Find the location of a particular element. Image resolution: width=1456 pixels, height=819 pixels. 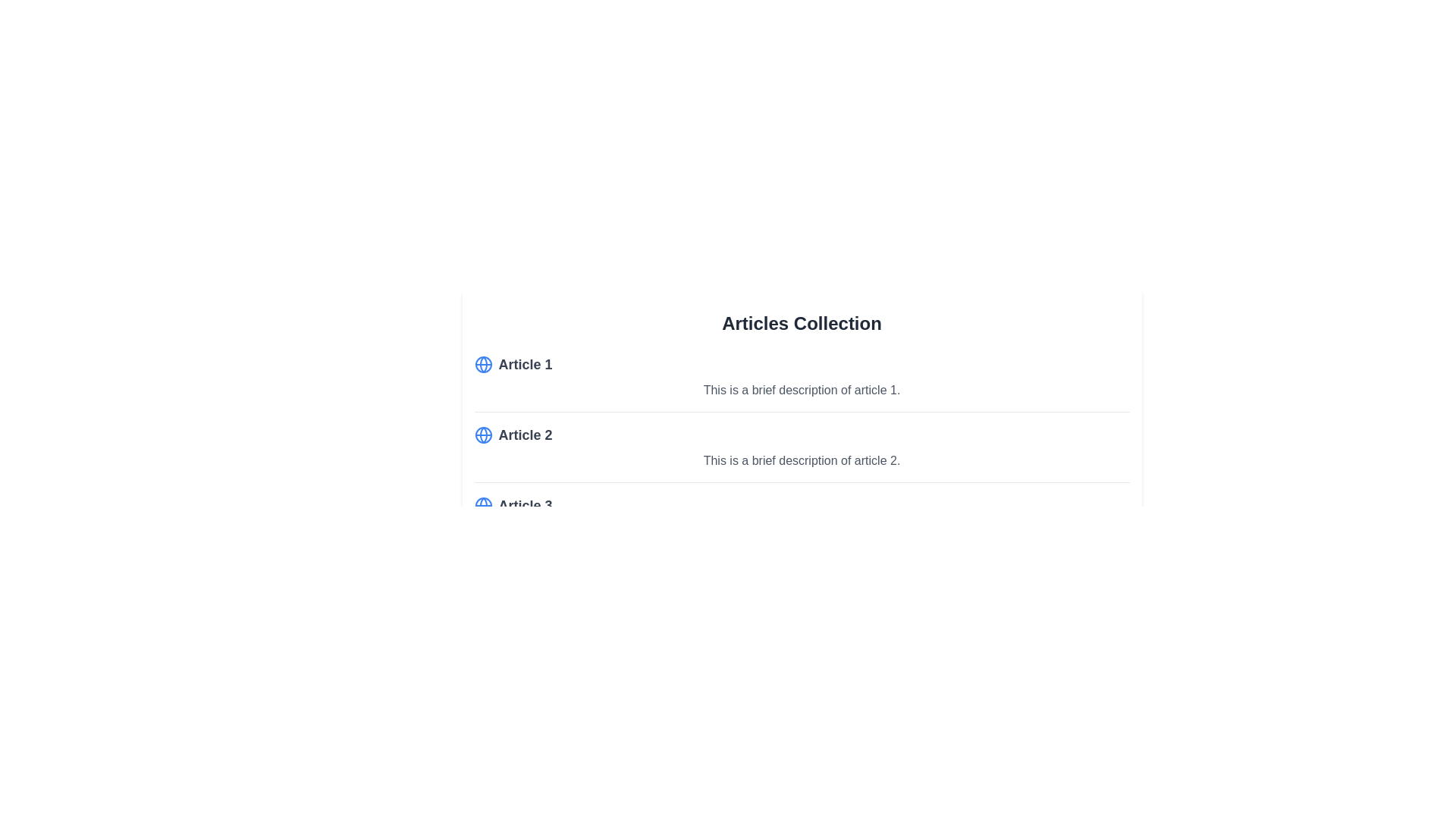

the text of the first content block titled 'Article 1' with the description 'This is a brief description of article 1.' located under the 'Articles Collection' is located at coordinates (801, 382).